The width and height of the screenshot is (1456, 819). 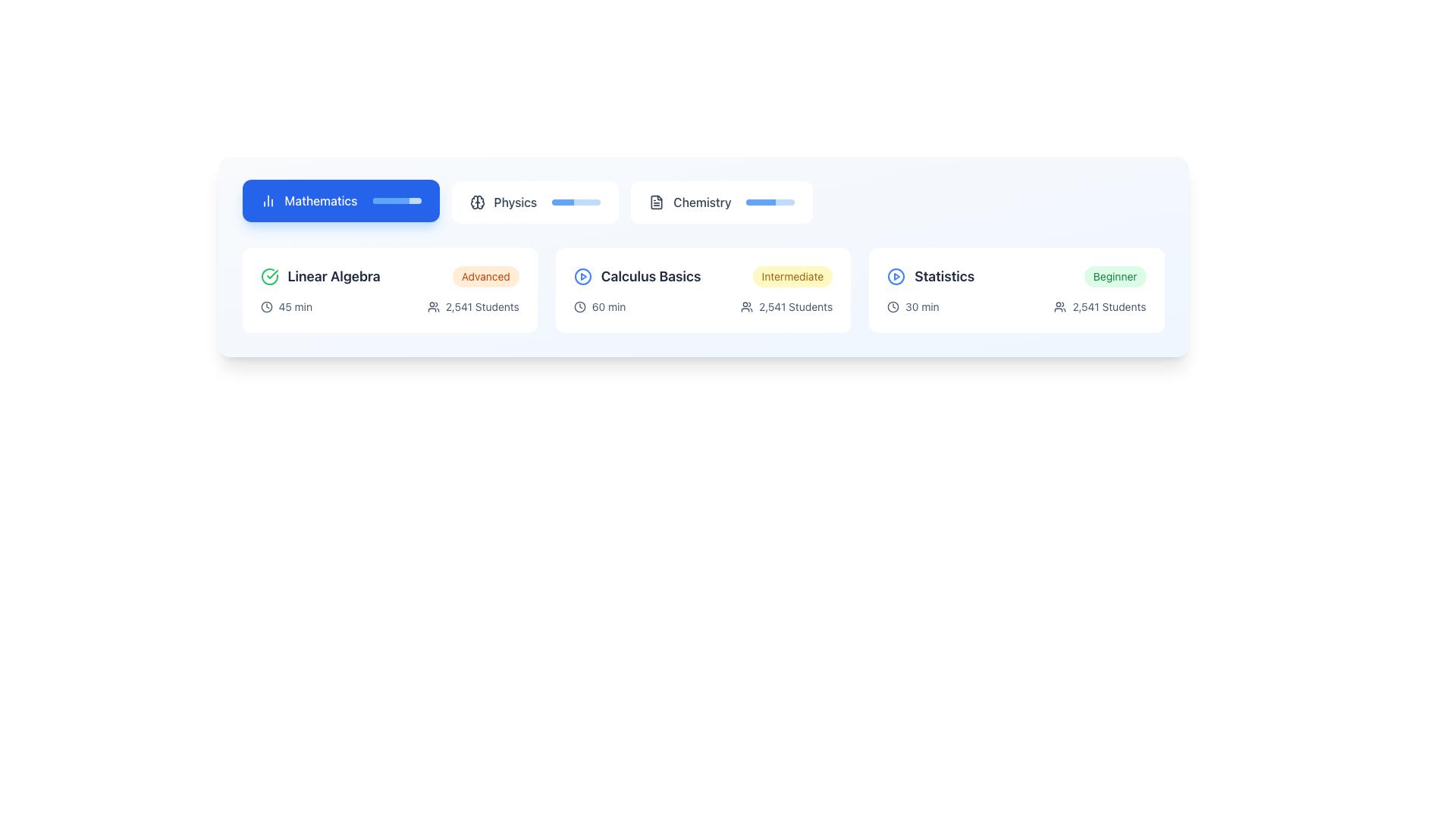 I want to click on the text label that indicates the course duration (60 minutes) located under the title 'Calculus Basics' in the second card from the left, so click(x=609, y=307).